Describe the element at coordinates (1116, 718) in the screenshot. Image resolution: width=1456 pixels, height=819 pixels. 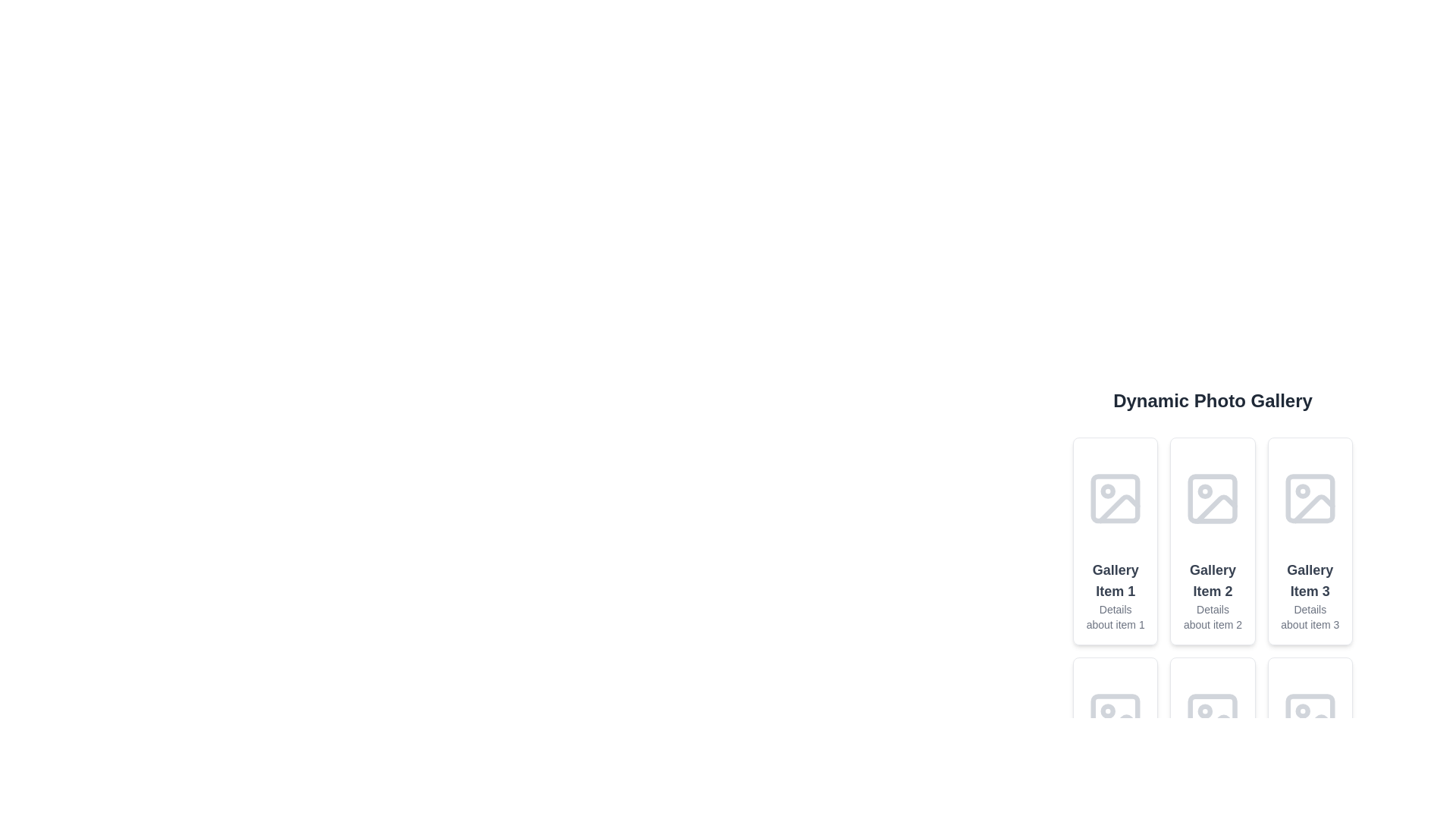
I see `the decorative SVG element with rectangle attributes that serves as a placeholder icon, located in the second row, first column of the gallery grid` at that location.